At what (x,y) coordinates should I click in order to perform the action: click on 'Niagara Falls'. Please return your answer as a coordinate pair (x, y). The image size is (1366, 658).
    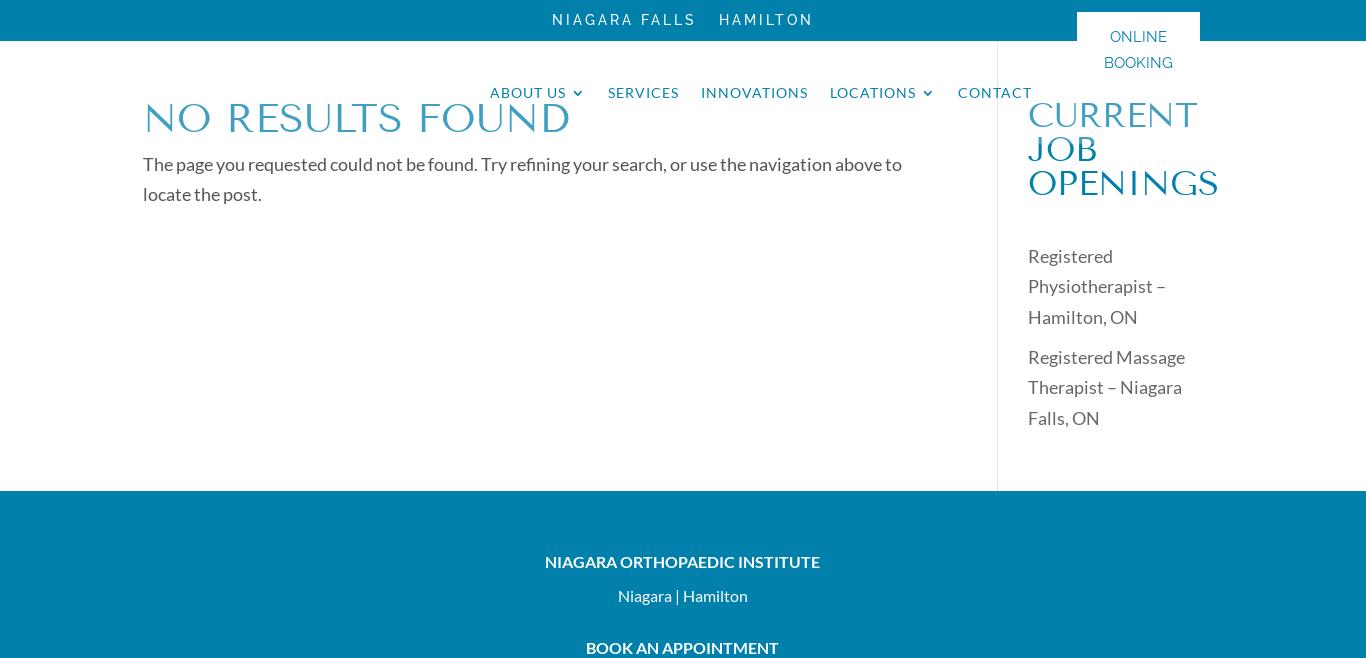
    Looking at the image, I should click on (623, 20).